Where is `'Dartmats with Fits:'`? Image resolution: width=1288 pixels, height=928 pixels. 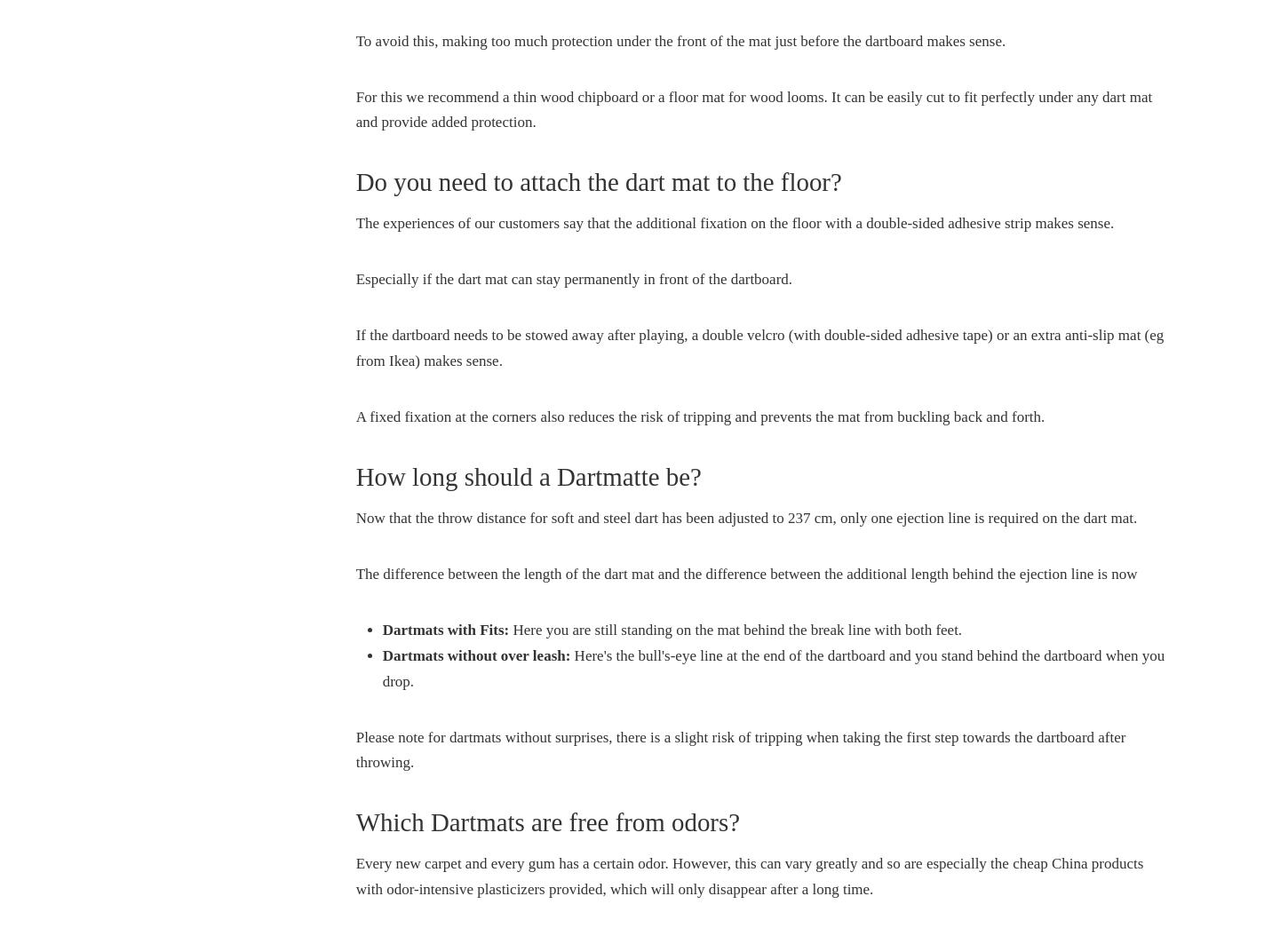
'Dartmats with Fits:' is located at coordinates (381, 628).